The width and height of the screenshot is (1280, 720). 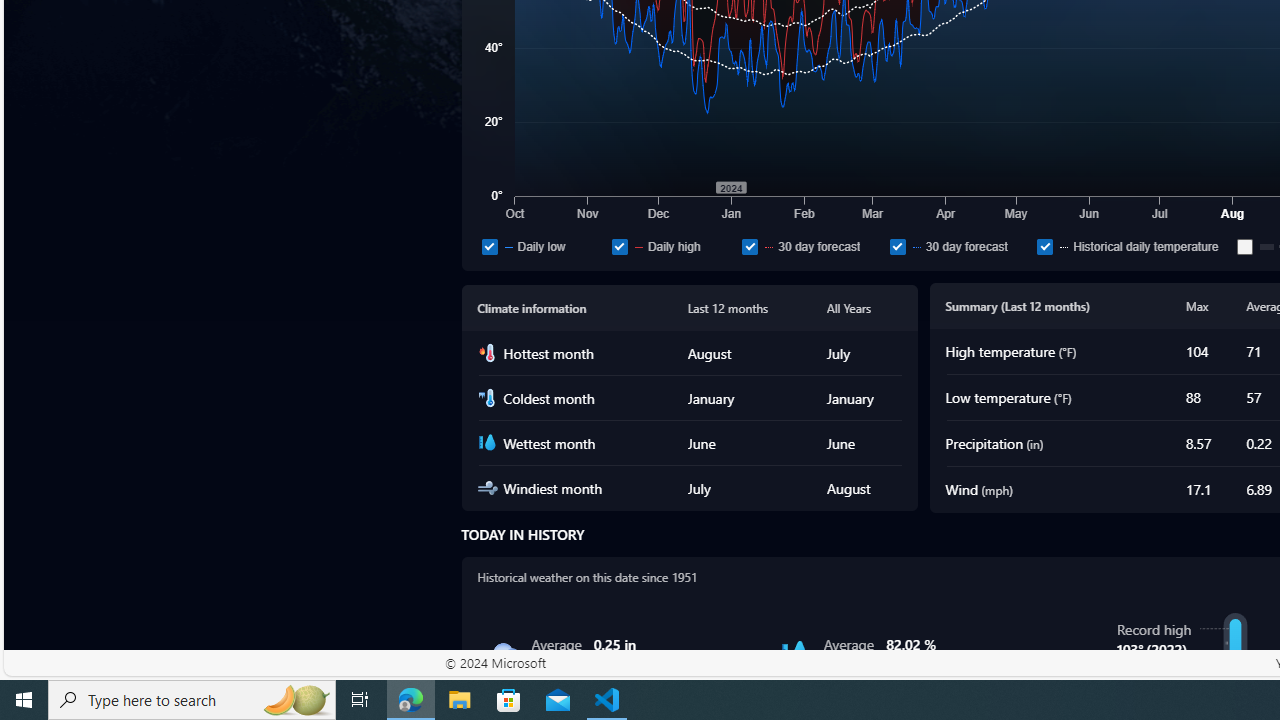 I want to click on 'Daily high', so click(x=672, y=245).